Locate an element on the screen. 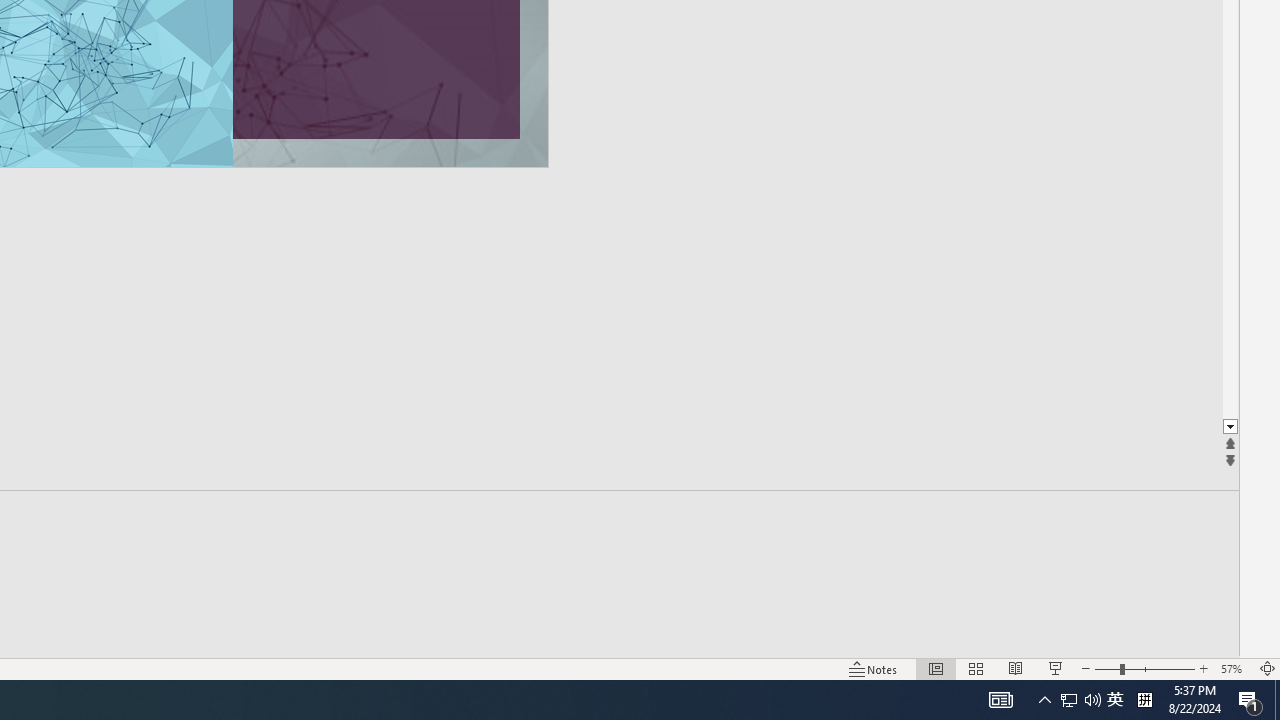 This screenshot has height=720, width=1280. 'Line down' is located at coordinates (1229, 426).